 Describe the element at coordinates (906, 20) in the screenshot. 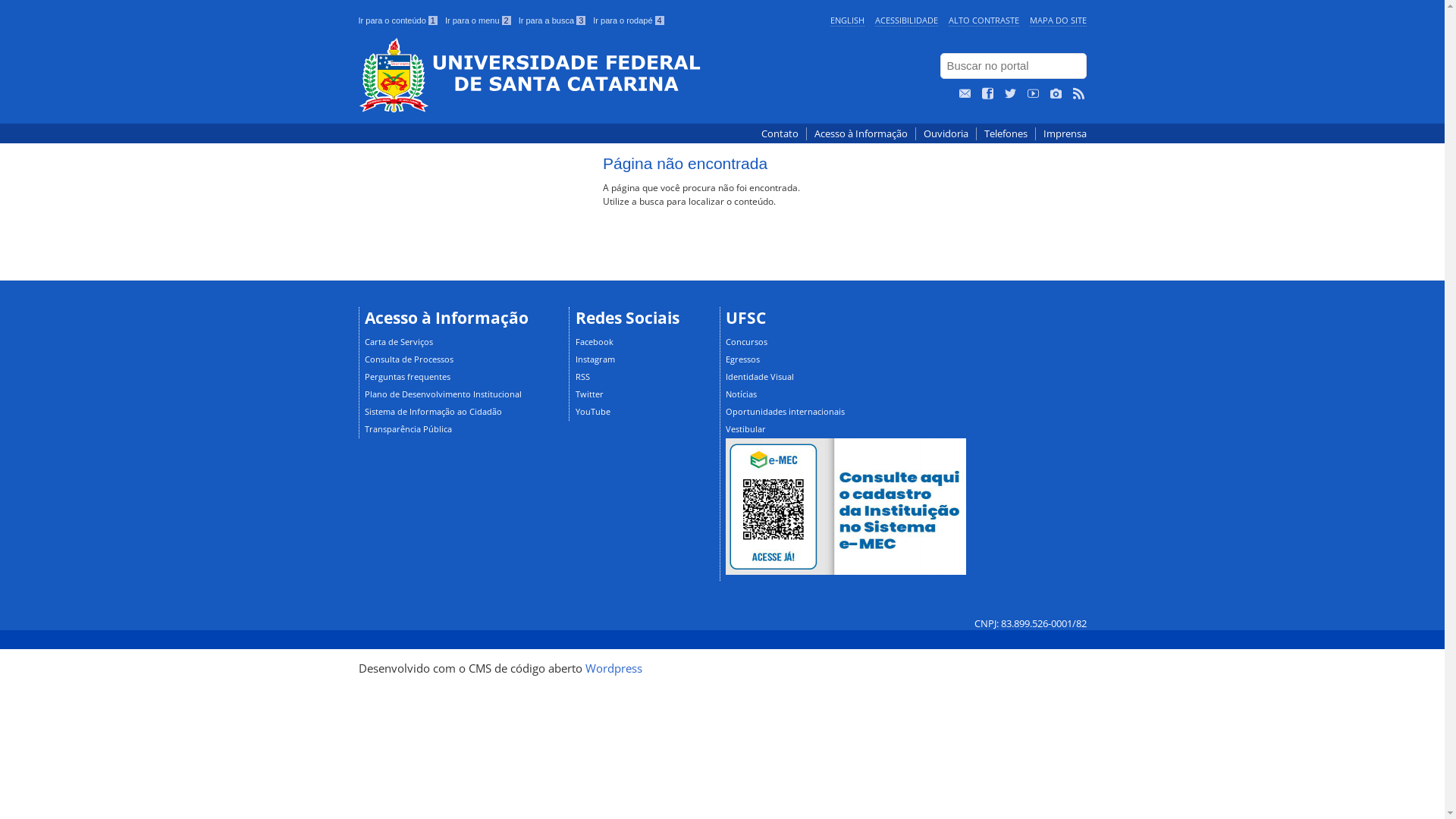

I see `'ACESSIBILIDADE'` at that location.